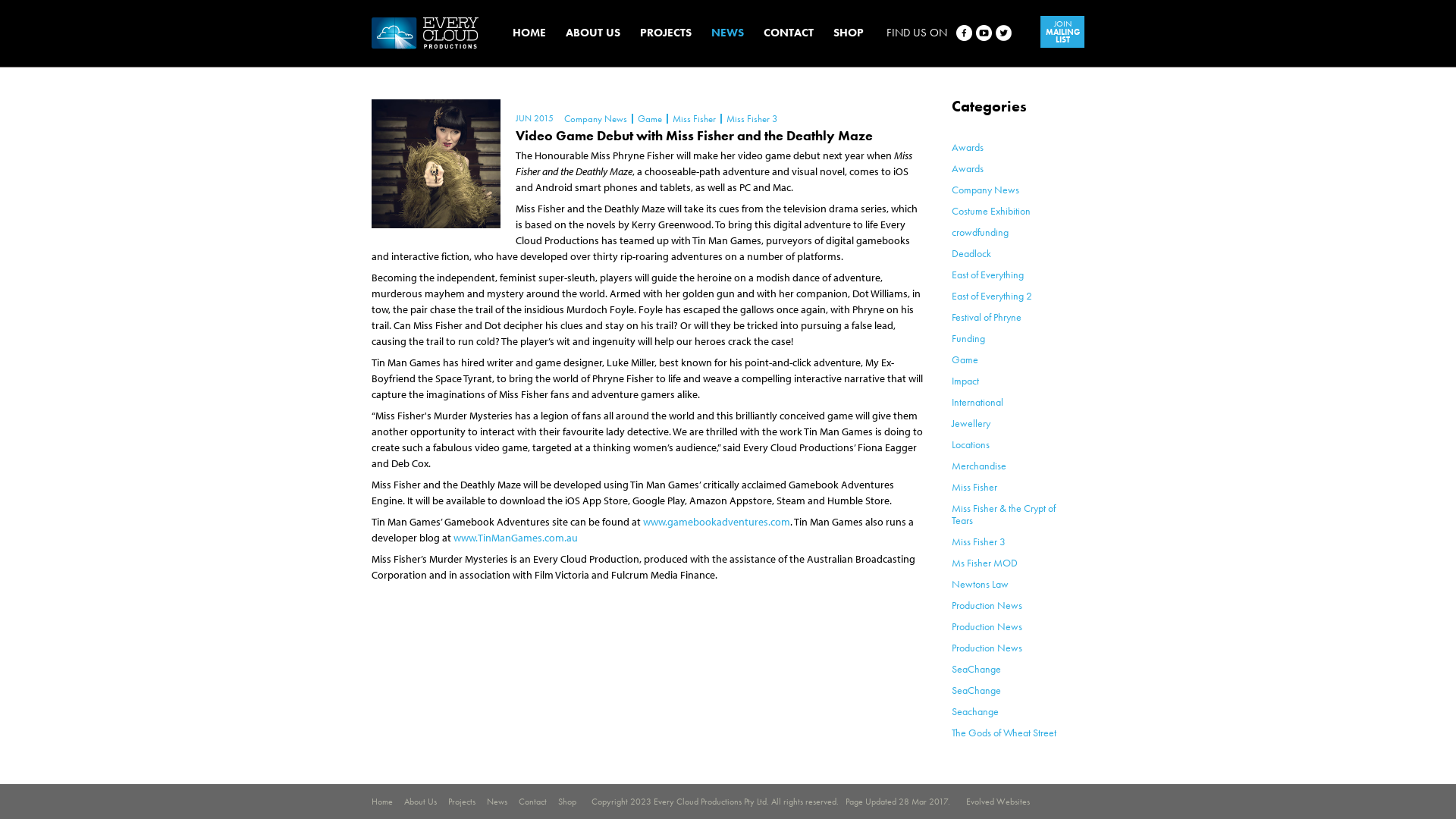  I want to click on 'Evolved Websites', so click(997, 800).